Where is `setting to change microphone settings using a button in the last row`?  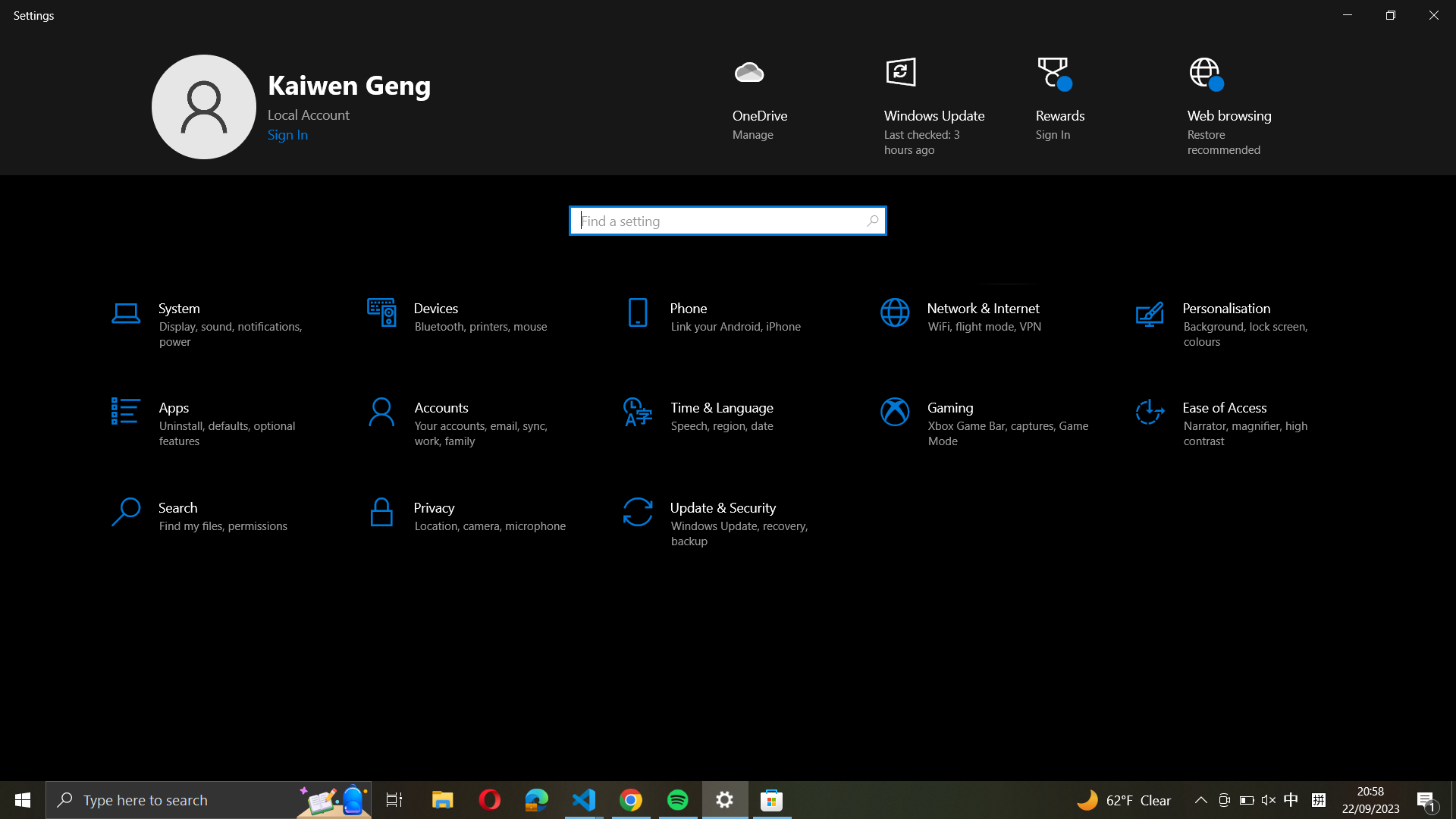 setting to change microphone settings using a button in the last row is located at coordinates (472, 514).